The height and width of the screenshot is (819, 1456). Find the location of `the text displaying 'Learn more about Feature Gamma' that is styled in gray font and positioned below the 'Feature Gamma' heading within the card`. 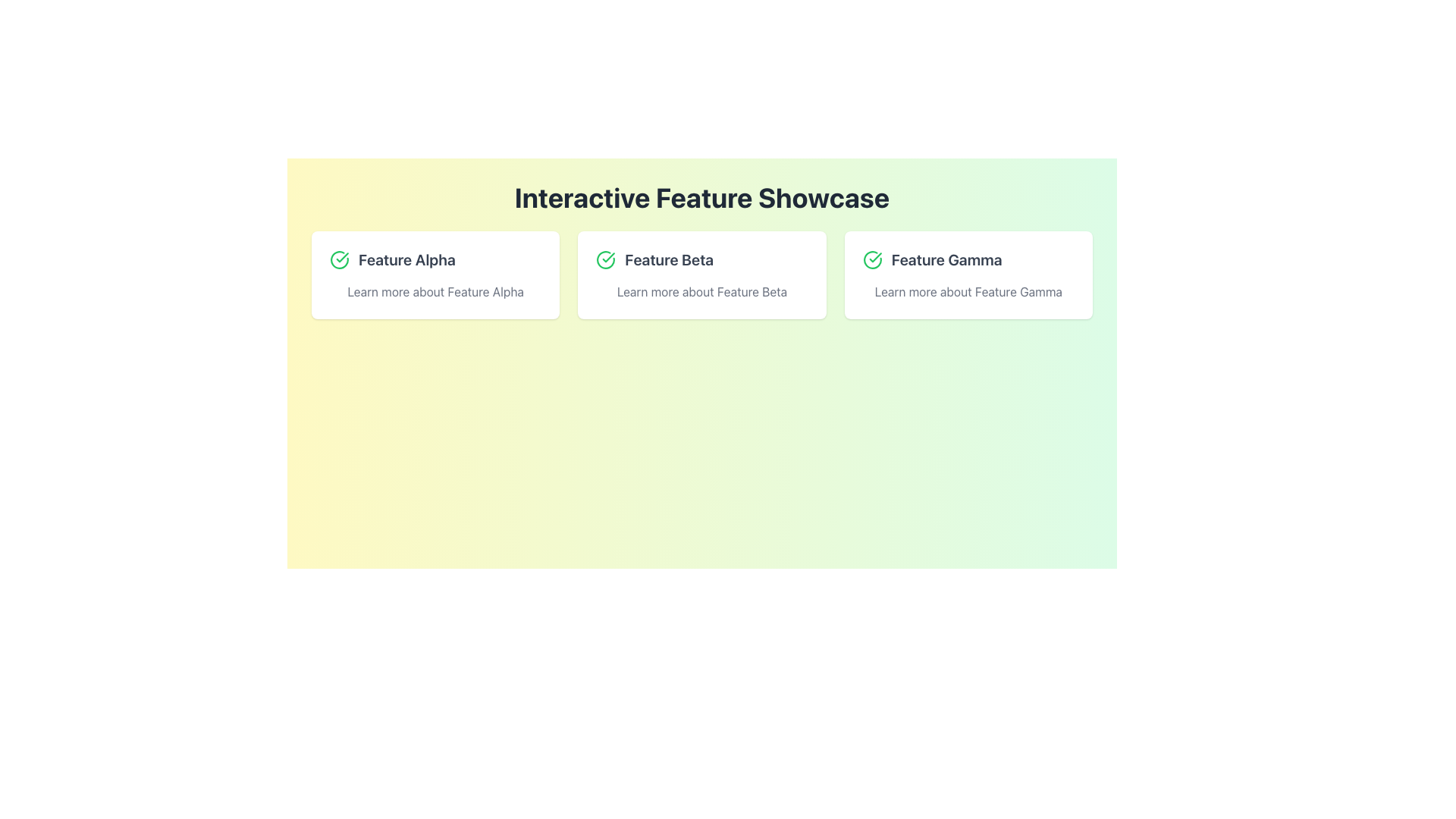

the text displaying 'Learn more about Feature Gamma' that is styled in gray font and positioned below the 'Feature Gamma' heading within the card is located at coordinates (968, 292).